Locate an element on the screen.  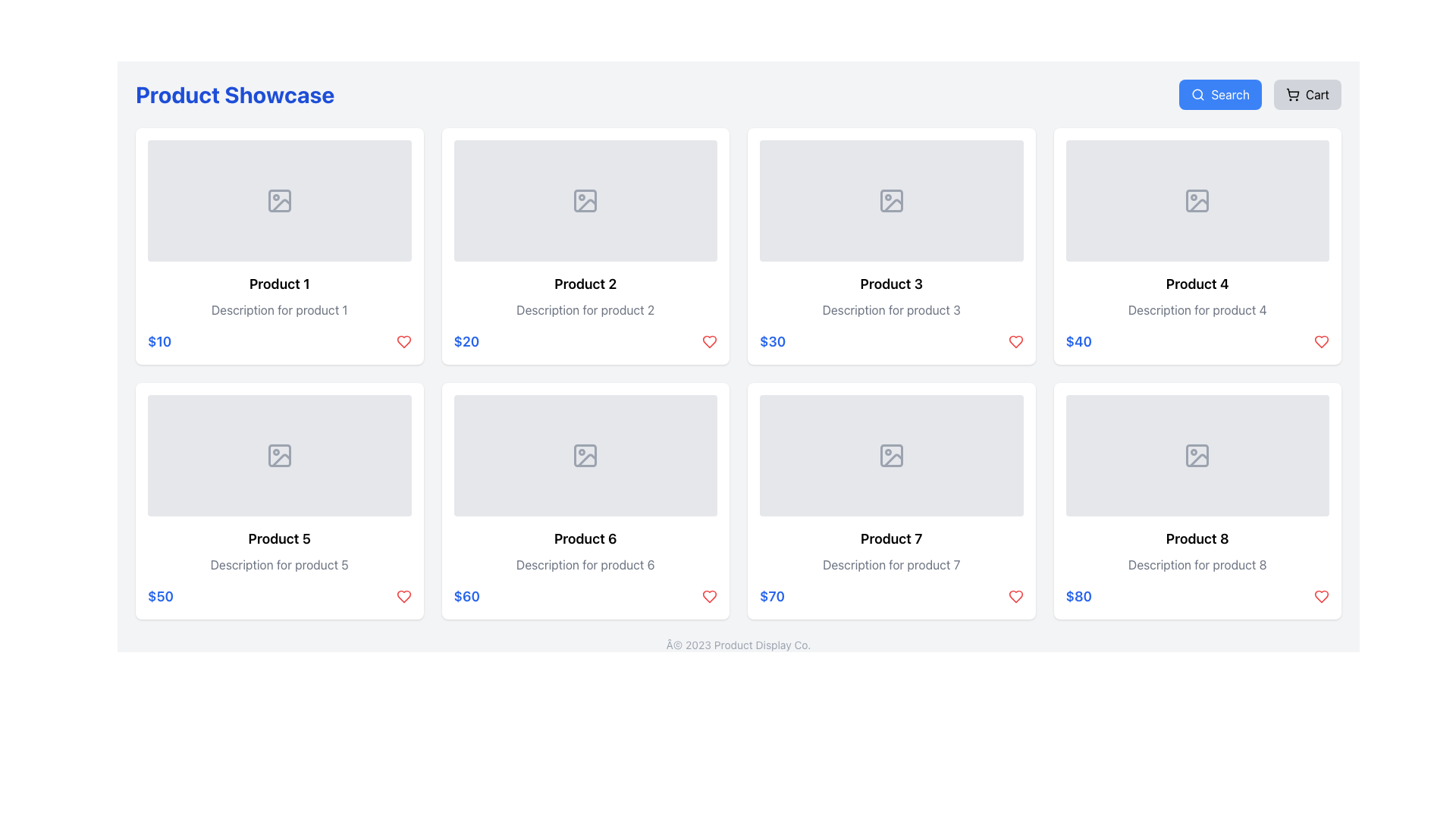
the 'Cart' button located is located at coordinates (1307, 94).